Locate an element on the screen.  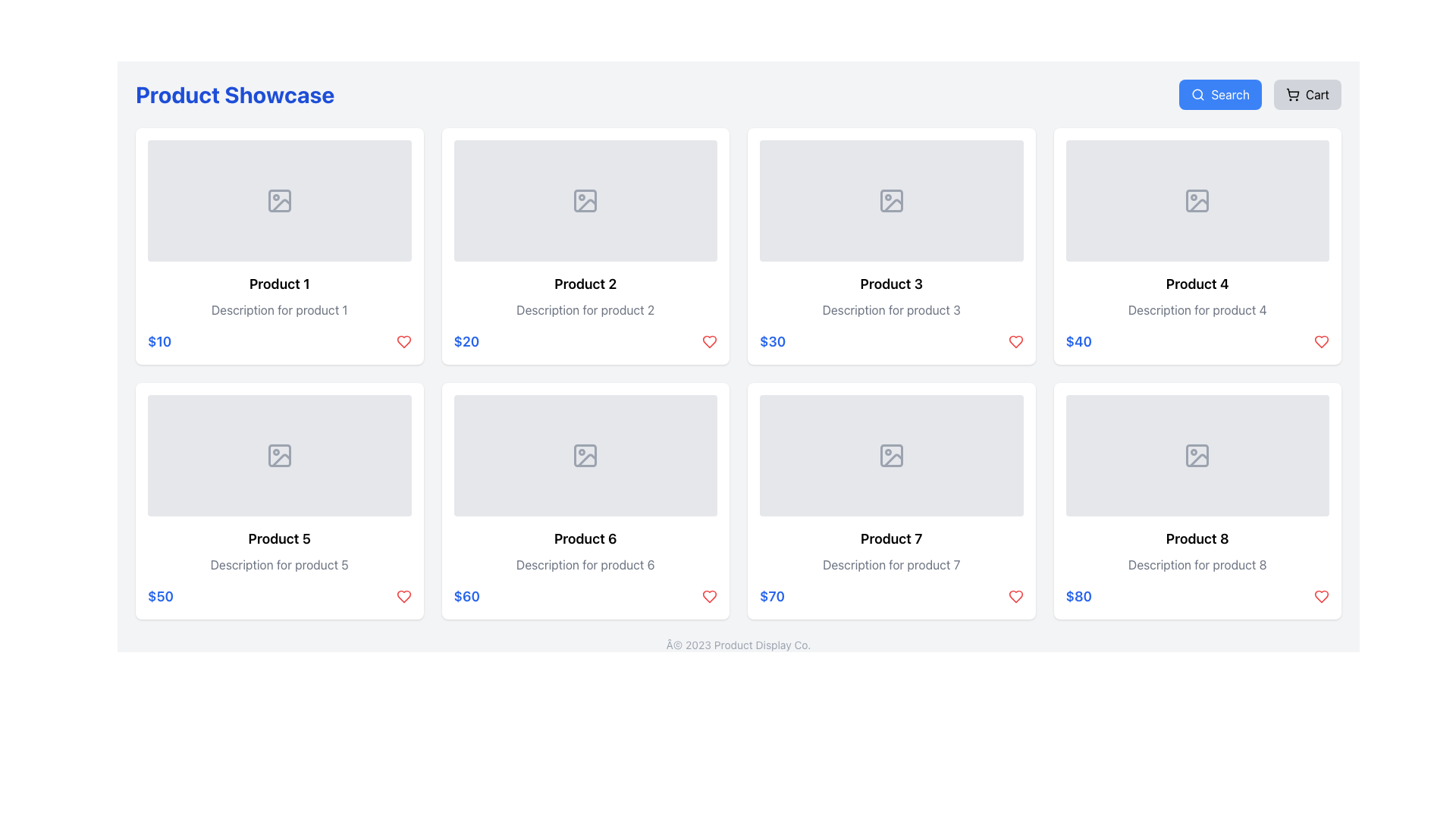
the 'Cart' button located is located at coordinates (1307, 94).